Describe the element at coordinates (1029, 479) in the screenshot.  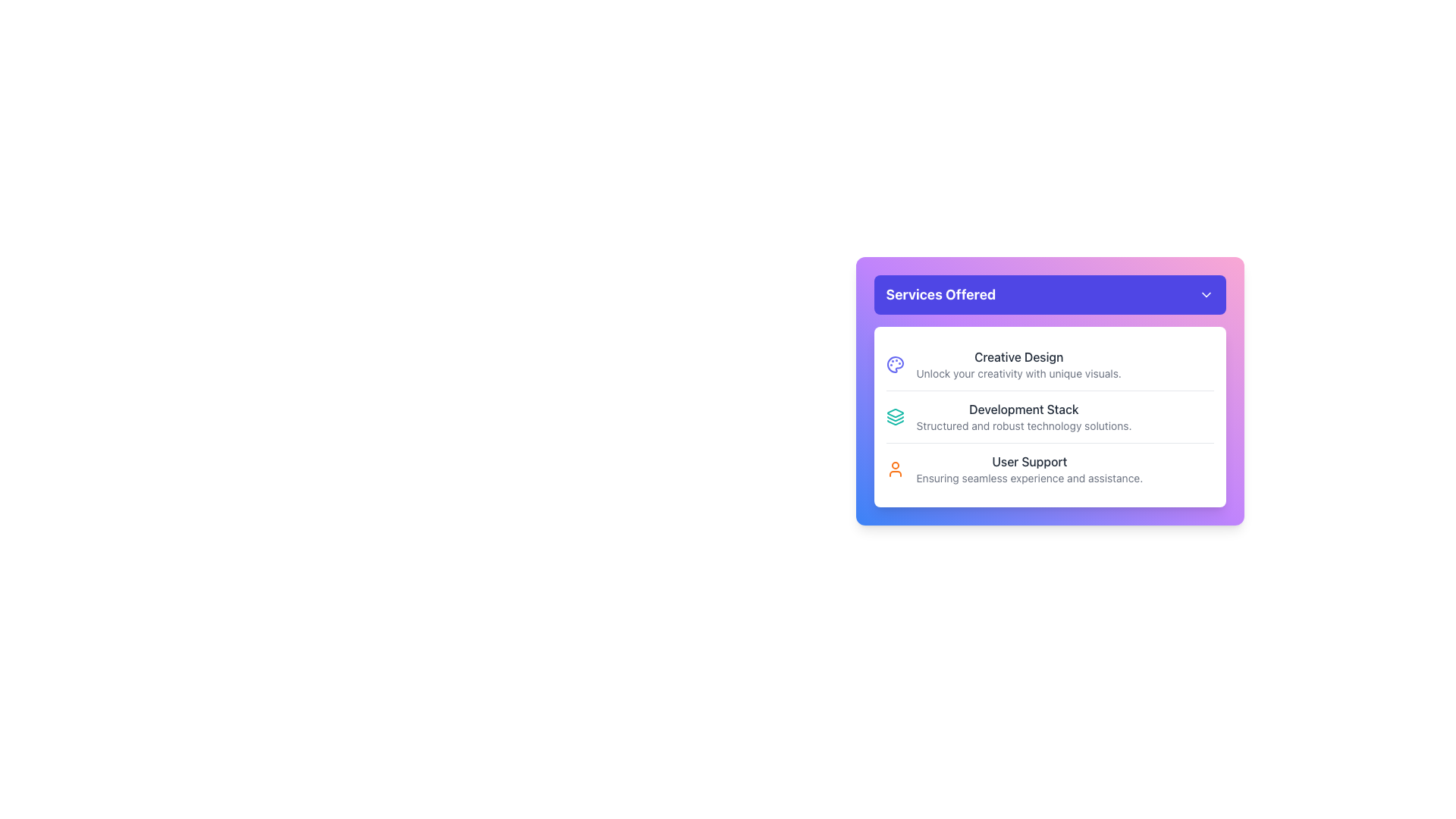
I see `the text label reading 'Ensuring seamless experience and assistance.' located below 'User Support' within the 'Services Offered' card` at that location.